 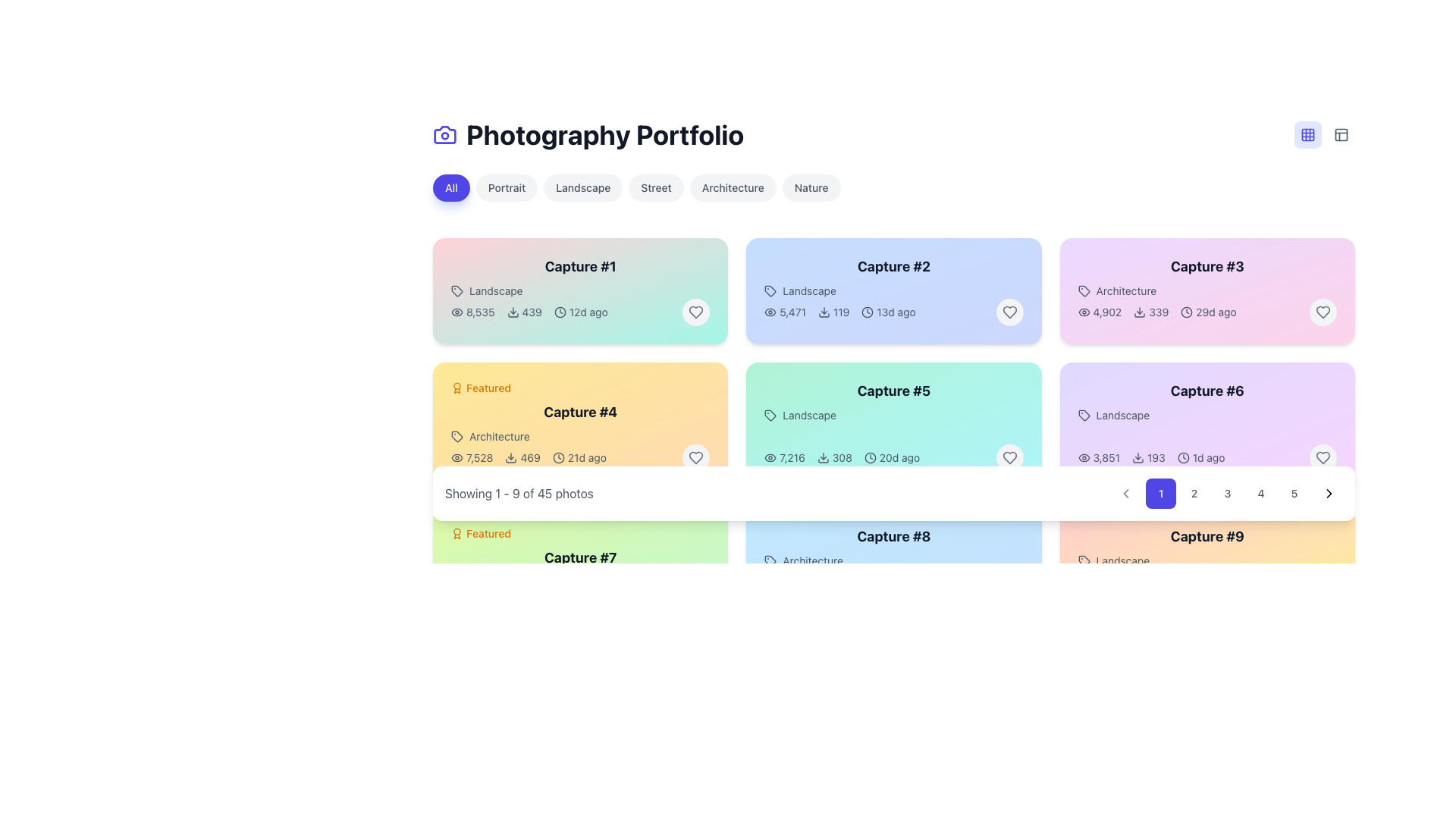 What do you see at coordinates (839, 312) in the screenshot?
I see `the download count display located in the 'Capture #2' card in the second column of the first row on the 'Photography Portfolio' interface` at bounding box center [839, 312].